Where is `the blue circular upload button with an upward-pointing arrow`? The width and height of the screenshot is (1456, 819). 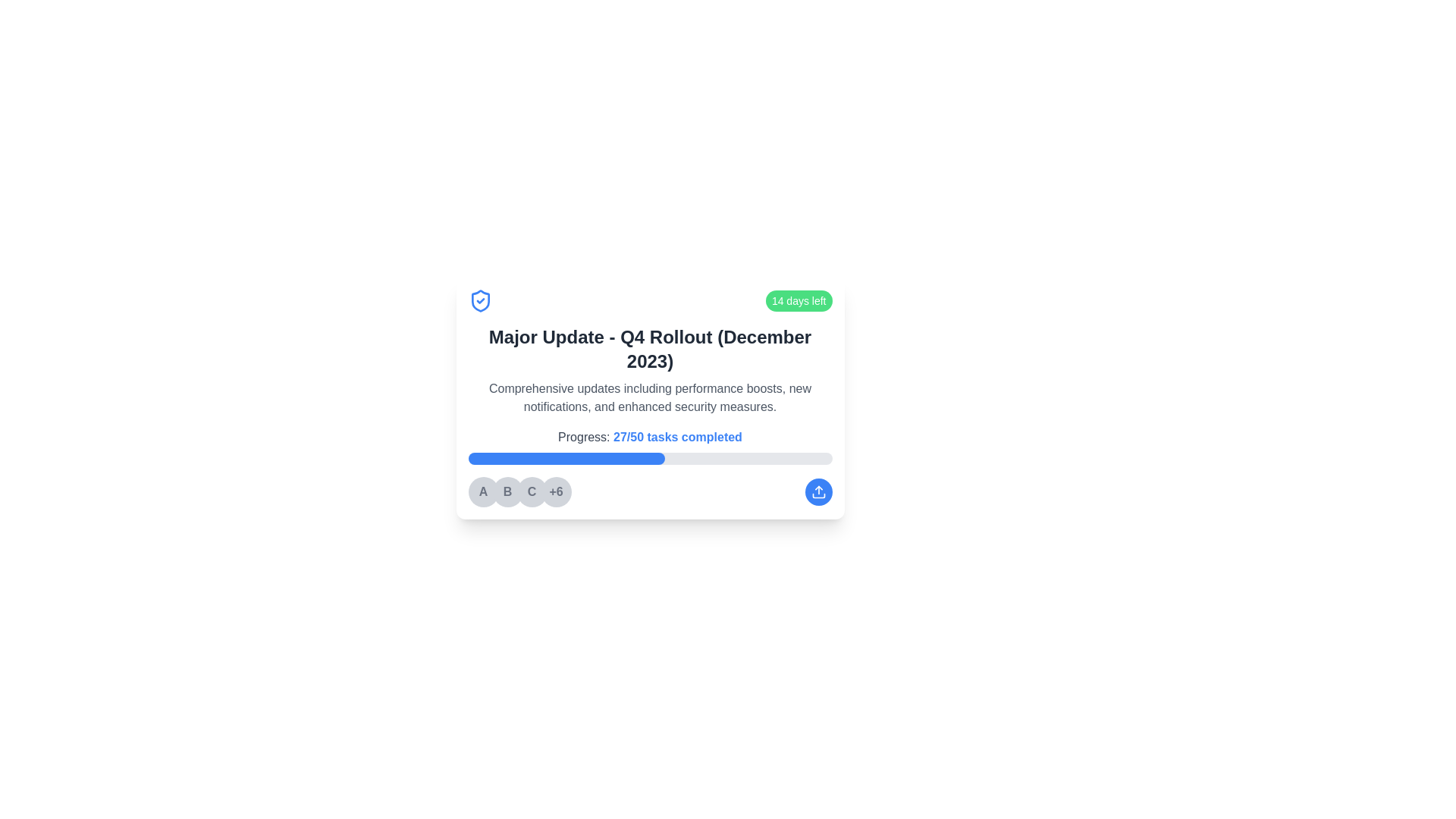
the blue circular upload button with an upward-pointing arrow is located at coordinates (817, 491).